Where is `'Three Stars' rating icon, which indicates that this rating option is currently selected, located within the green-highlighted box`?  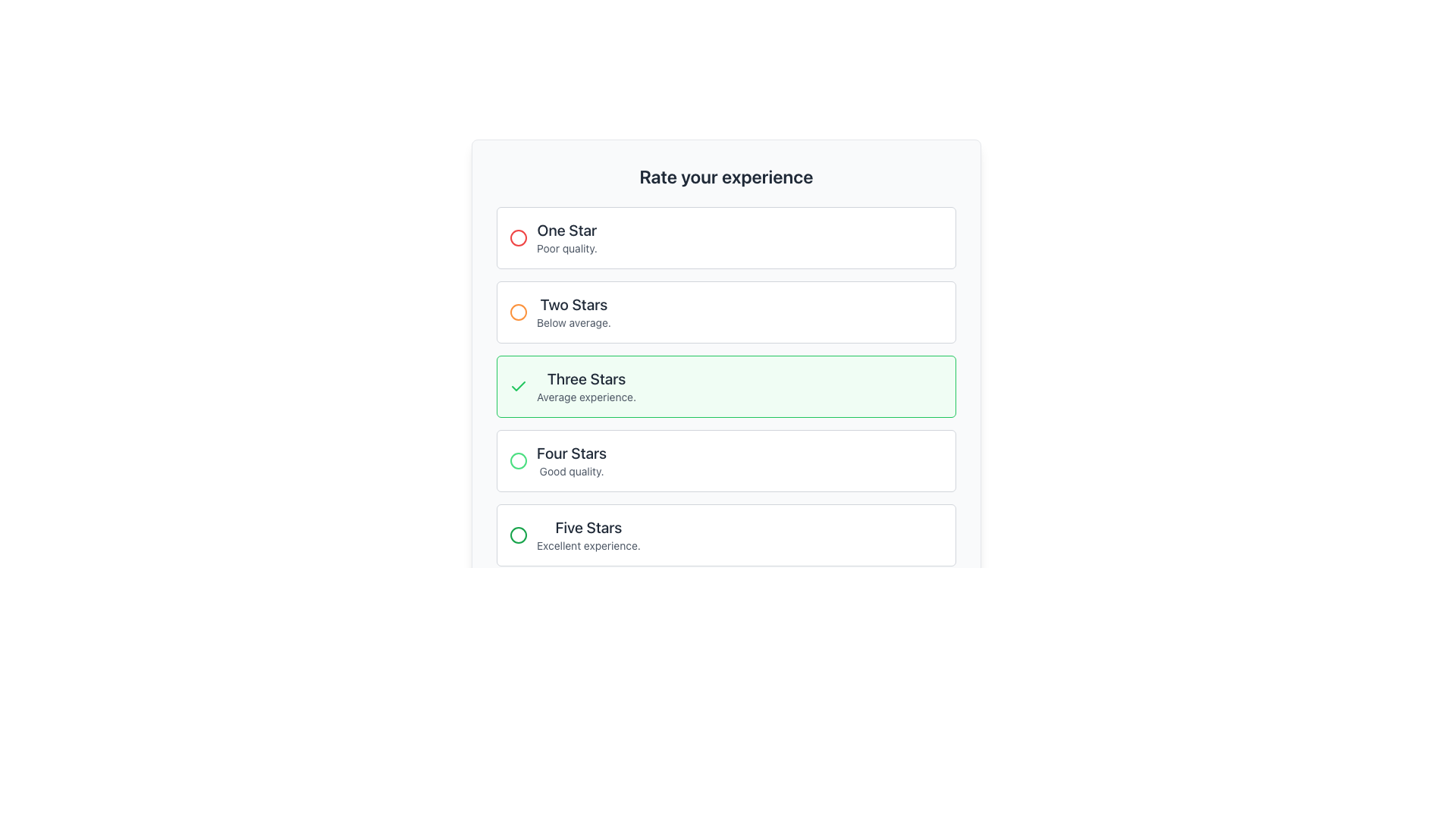 'Three Stars' rating icon, which indicates that this rating option is currently selected, located within the green-highlighted box is located at coordinates (519, 385).